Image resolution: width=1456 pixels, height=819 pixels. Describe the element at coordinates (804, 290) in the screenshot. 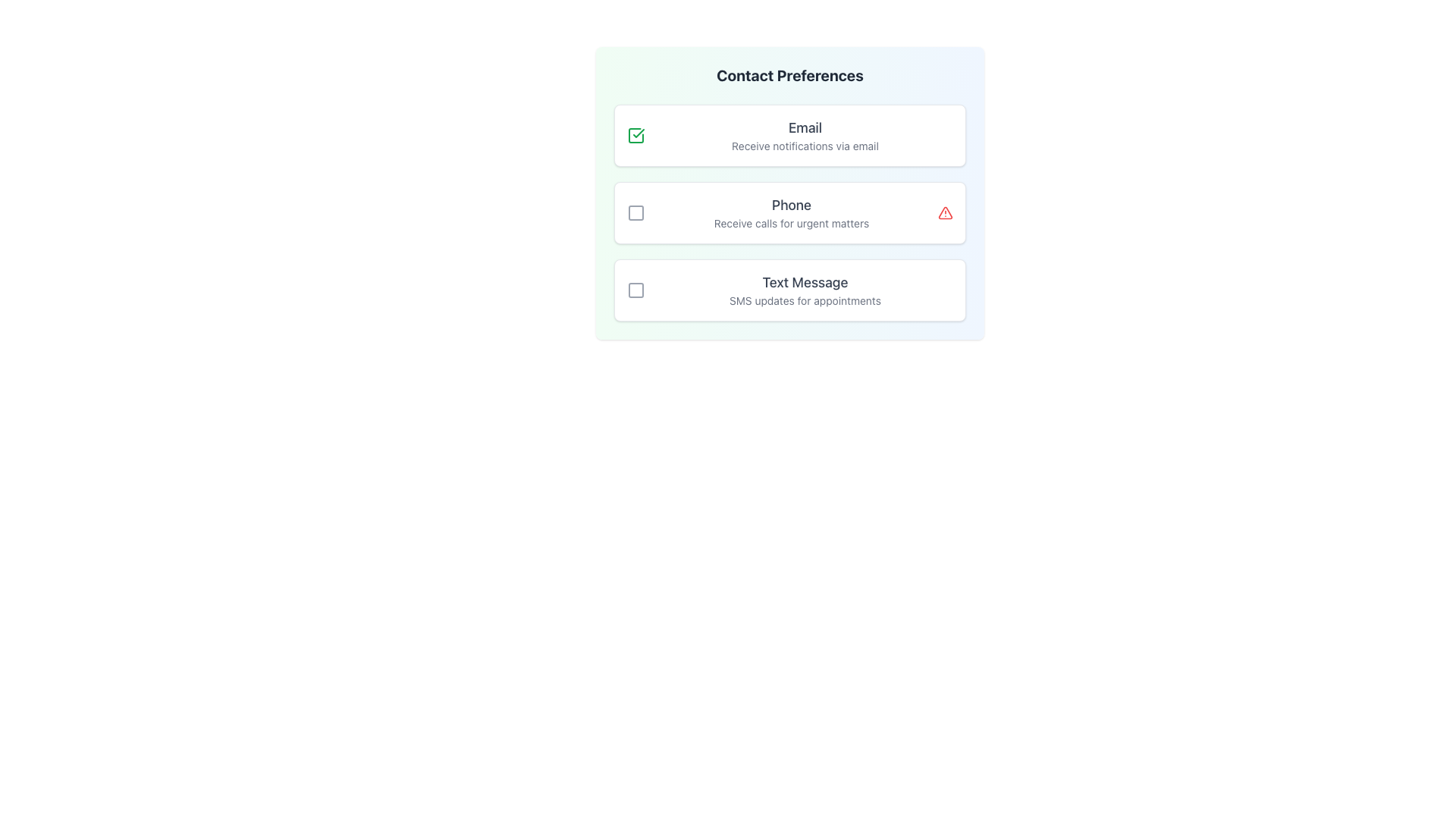

I see `the Text Label that displays 'Text Message' and 'SMS updates for appointments', located below the 'Phone' component in the 'Contact Preferences' section` at that location.